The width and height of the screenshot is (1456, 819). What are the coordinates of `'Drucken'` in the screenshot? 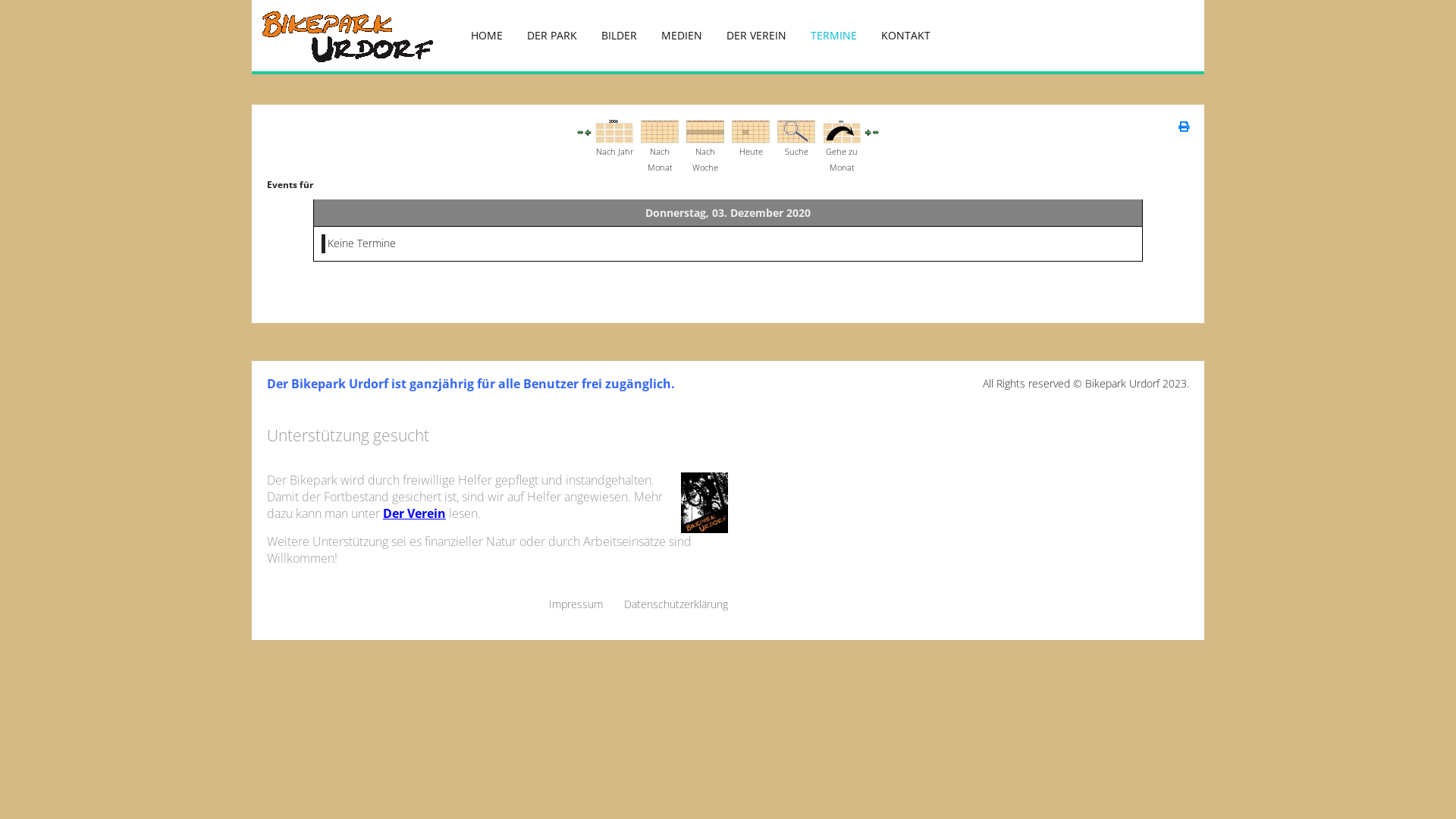 It's located at (1178, 125).